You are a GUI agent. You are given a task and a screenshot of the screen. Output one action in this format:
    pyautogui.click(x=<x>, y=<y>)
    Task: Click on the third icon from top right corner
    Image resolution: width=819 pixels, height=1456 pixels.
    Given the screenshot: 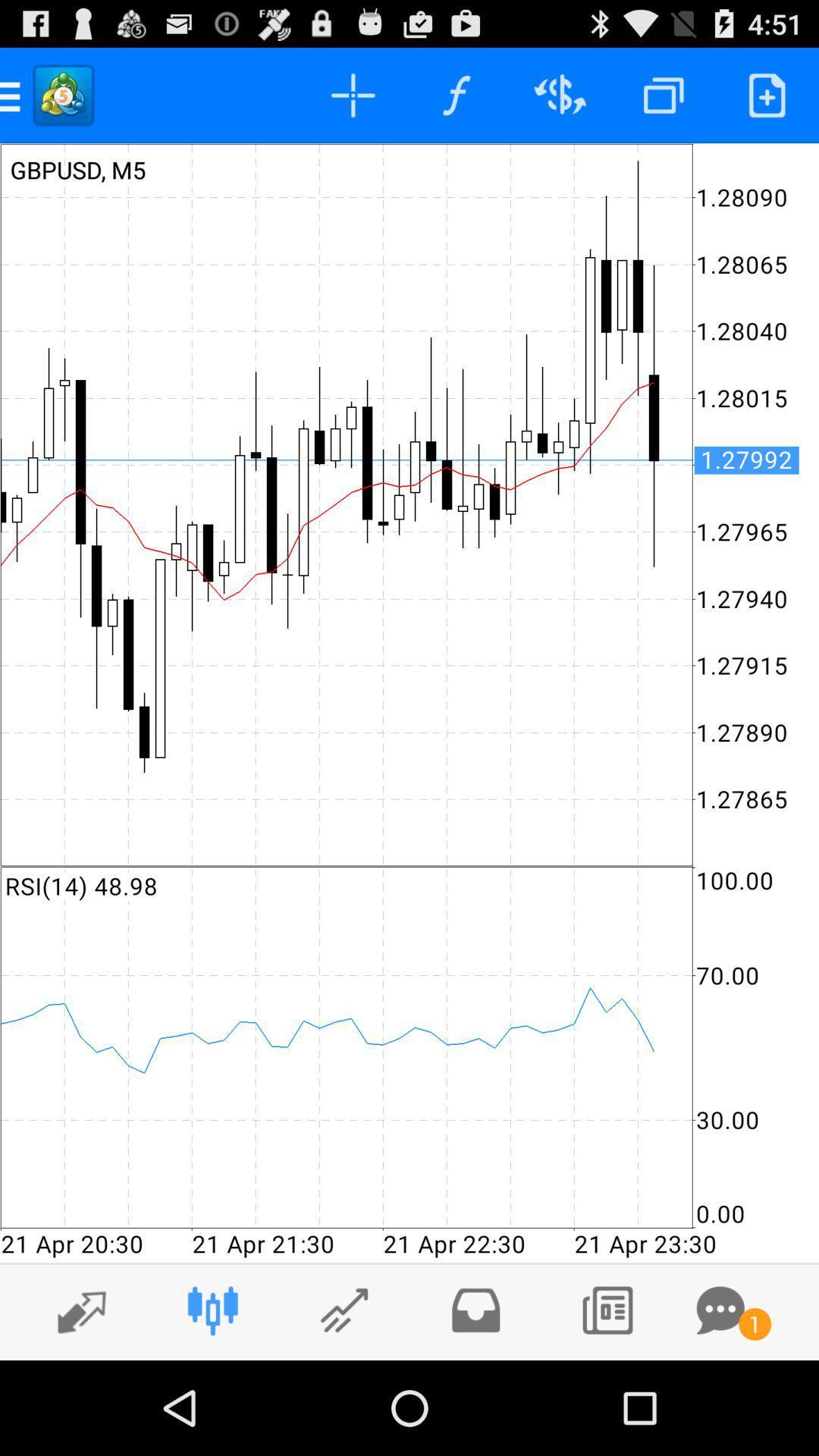 What is the action you would take?
    pyautogui.click(x=560, y=94)
    